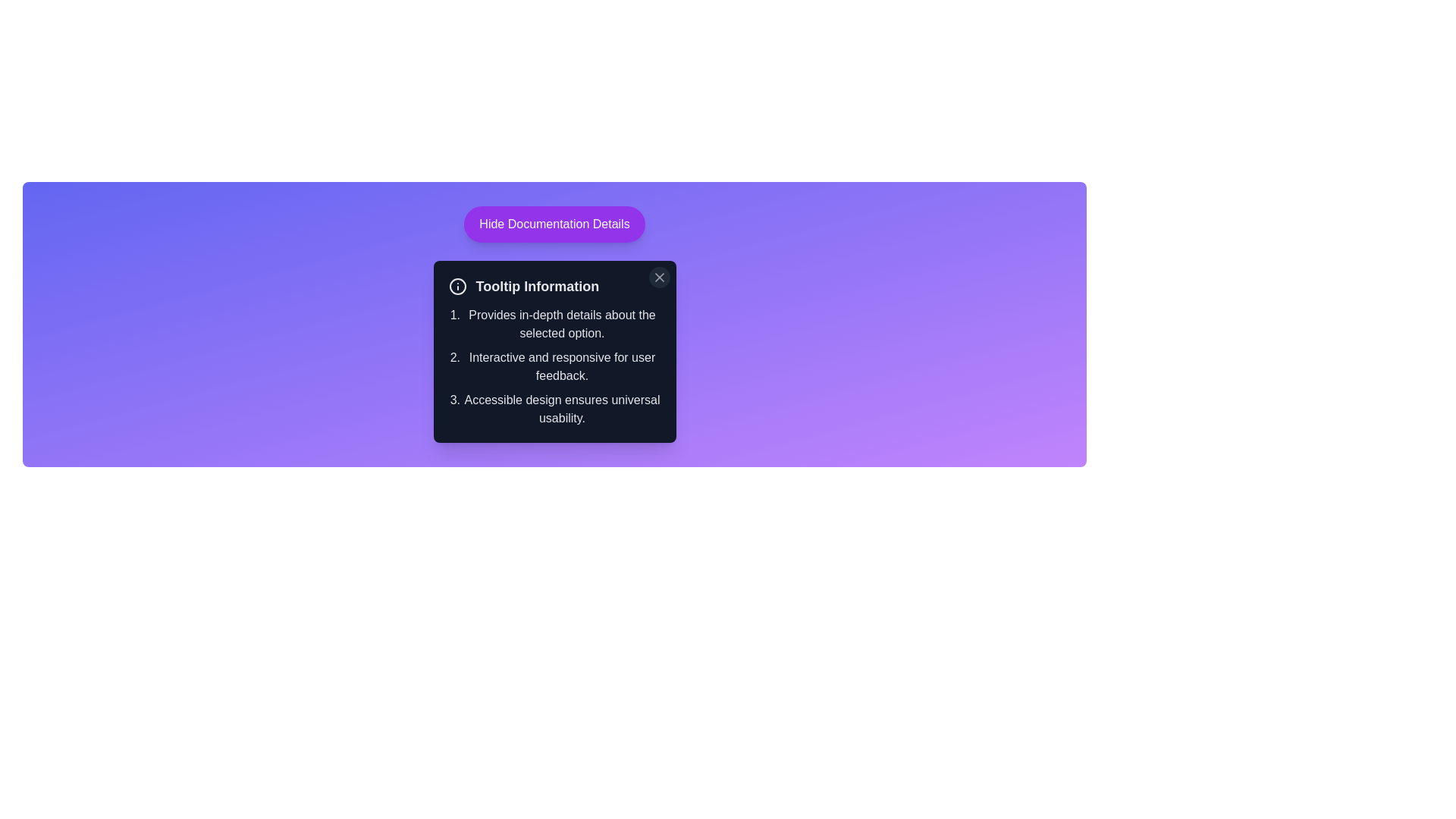 The width and height of the screenshot is (1456, 819). I want to click on the rounded rectangular button with a violet background and white text labeled 'Hide Documentation Details' to hide the documentation details, so click(554, 224).